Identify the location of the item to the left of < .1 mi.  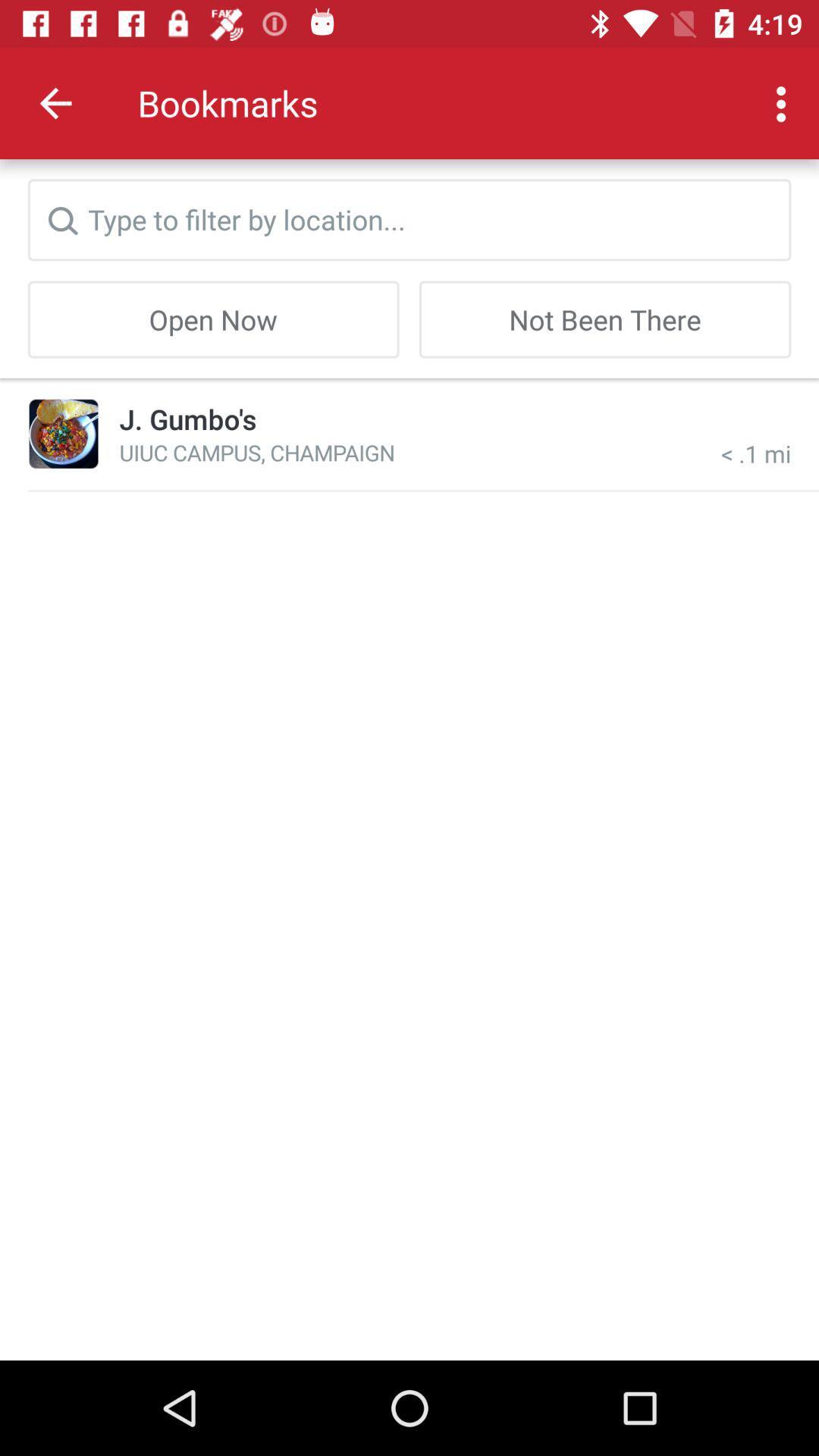
(256, 451).